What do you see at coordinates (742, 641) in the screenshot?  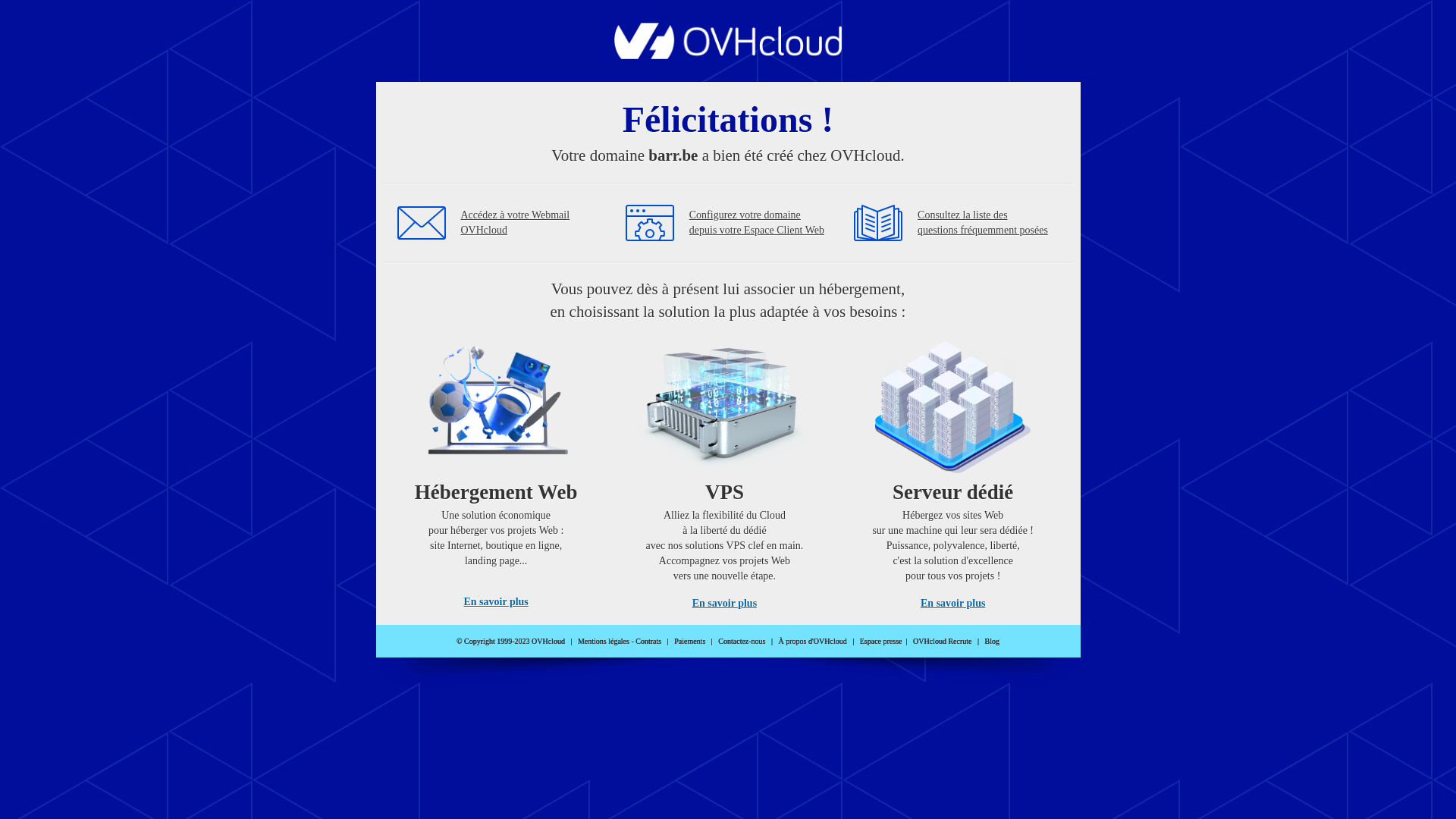 I see `'Contactez-nous'` at bounding box center [742, 641].